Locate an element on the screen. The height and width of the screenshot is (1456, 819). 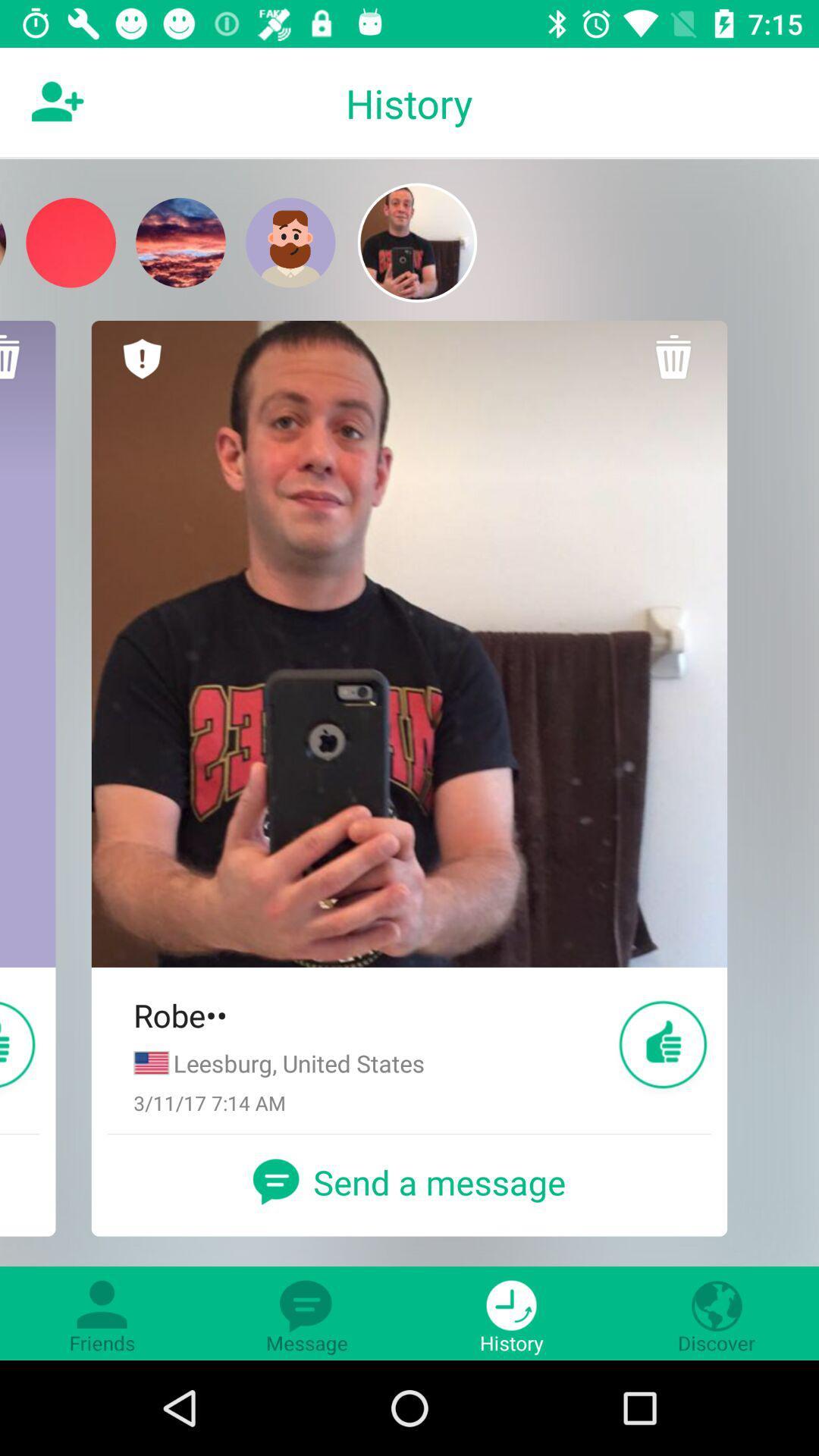
the delete icon is located at coordinates (675, 358).